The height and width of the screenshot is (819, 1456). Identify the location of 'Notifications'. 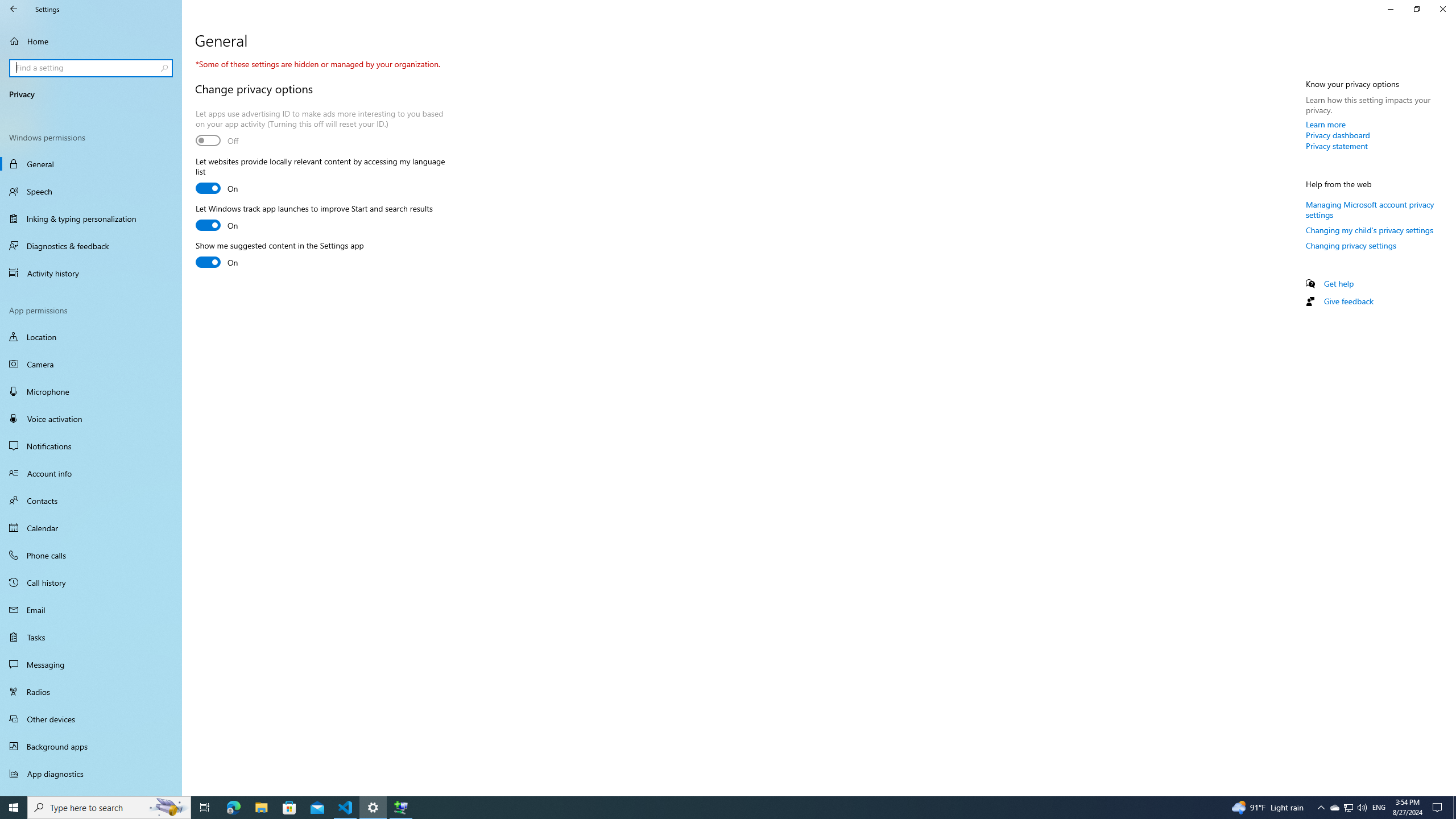
(90, 446).